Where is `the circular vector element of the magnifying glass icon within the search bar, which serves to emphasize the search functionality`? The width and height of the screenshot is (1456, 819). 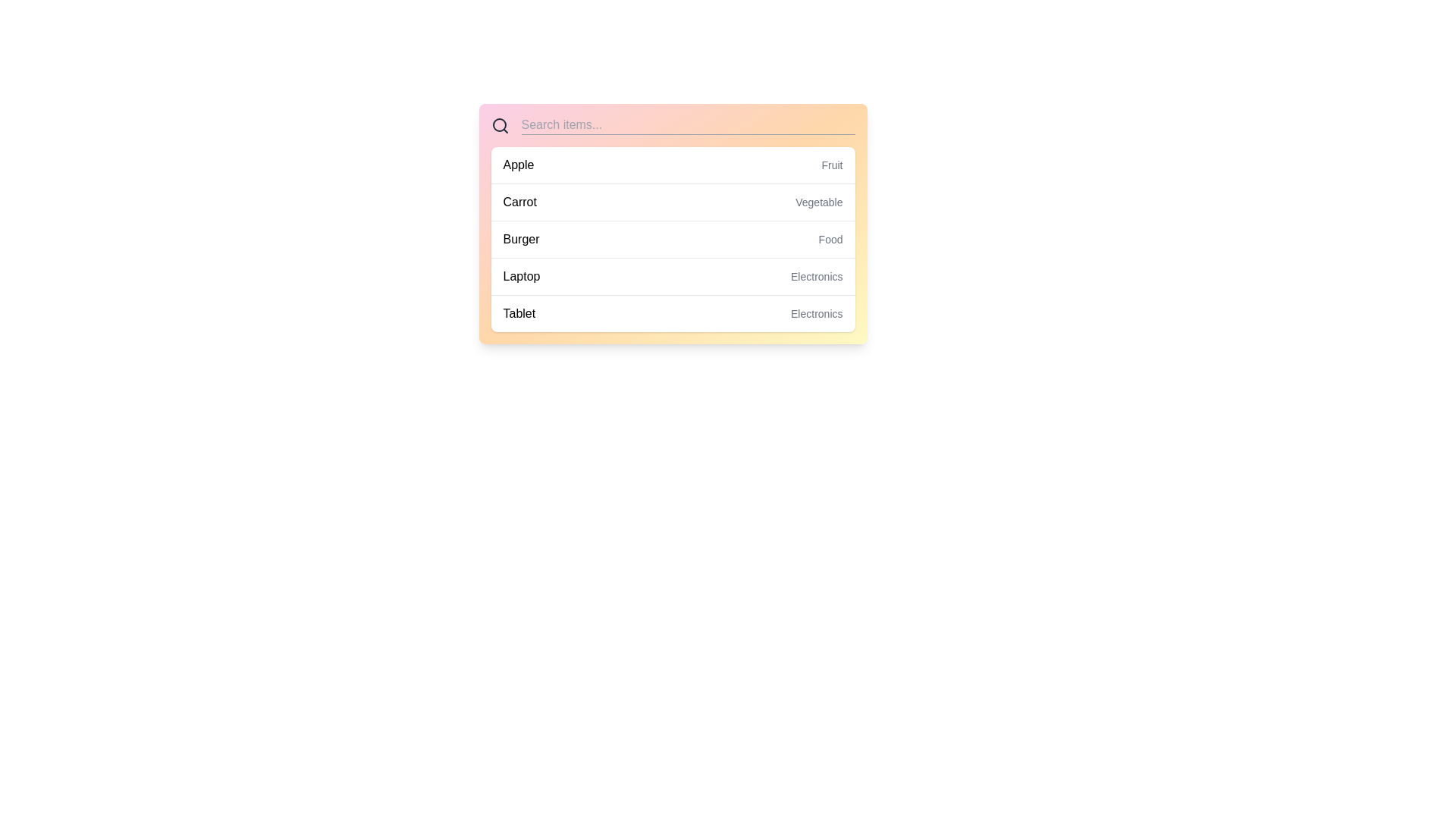
the circular vector element of the magnifying glass icon within the search bar, which serves to emphasize the search functionality is located at coordinates (499, 124).